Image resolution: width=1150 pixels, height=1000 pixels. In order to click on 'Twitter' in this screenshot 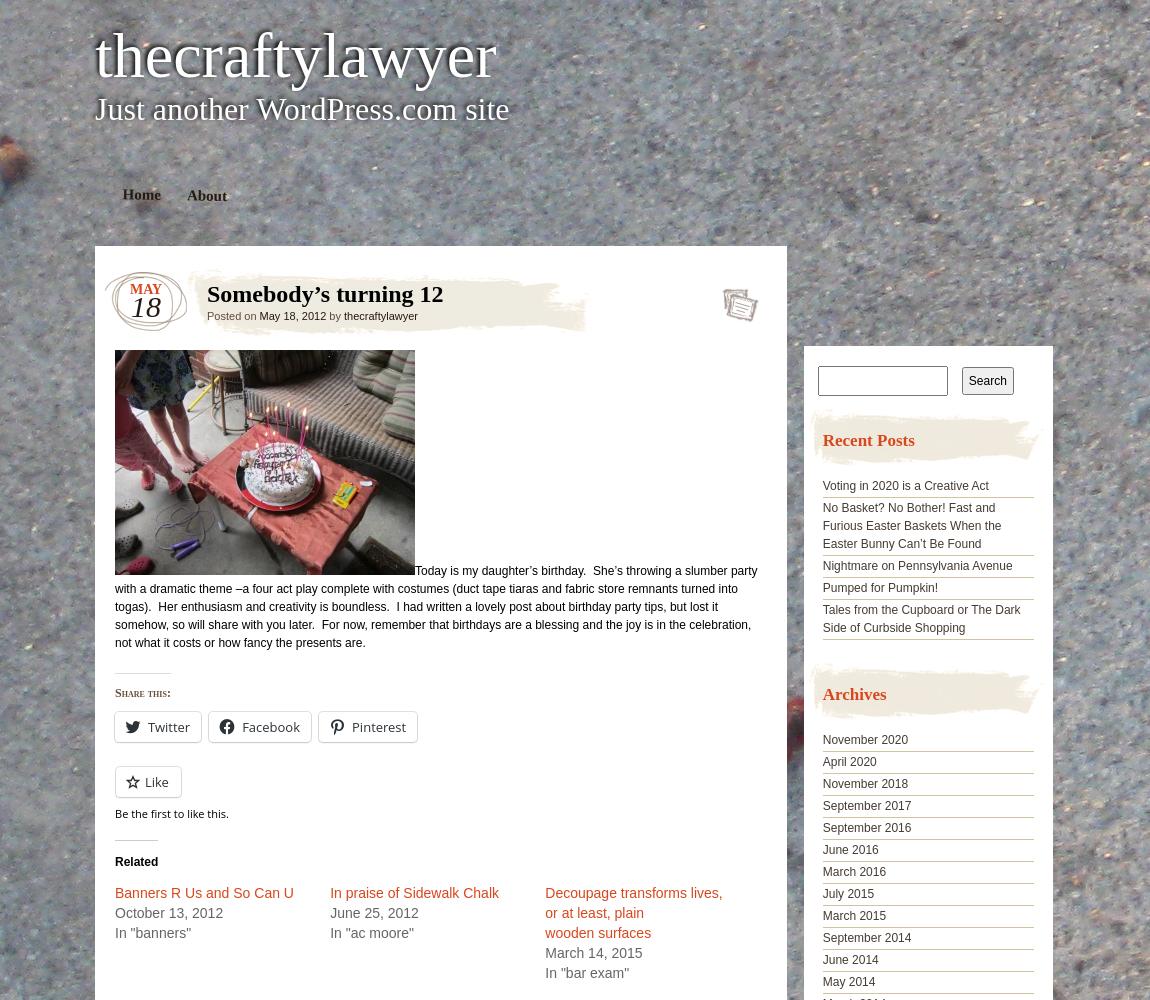, I will do `click(168, 726)`.